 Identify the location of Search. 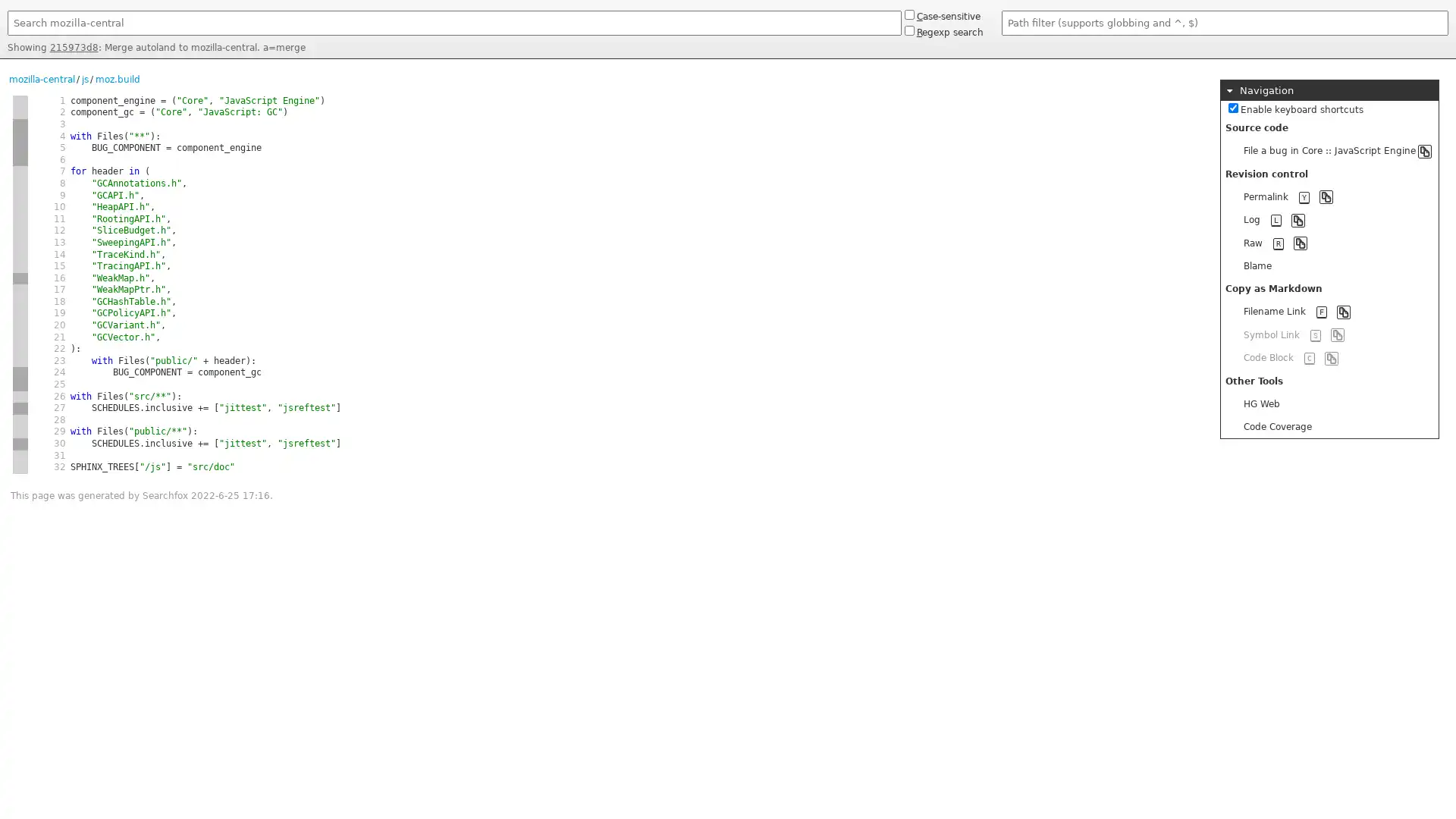
(7, 38).